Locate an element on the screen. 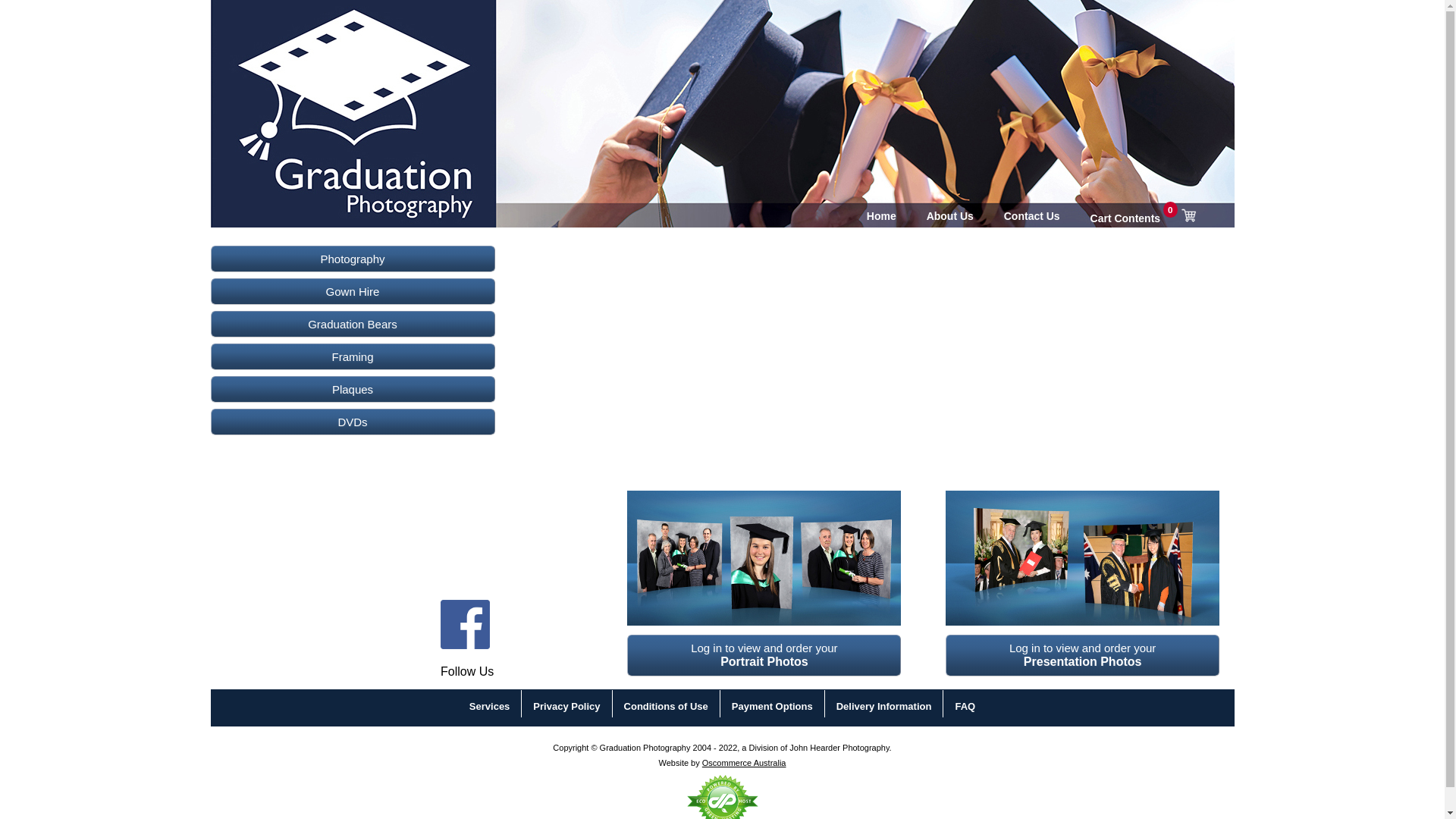 The width and height of the screenshot is (1456, 819). 'Oscommerce Australia' is located at coordinates (744, 763).